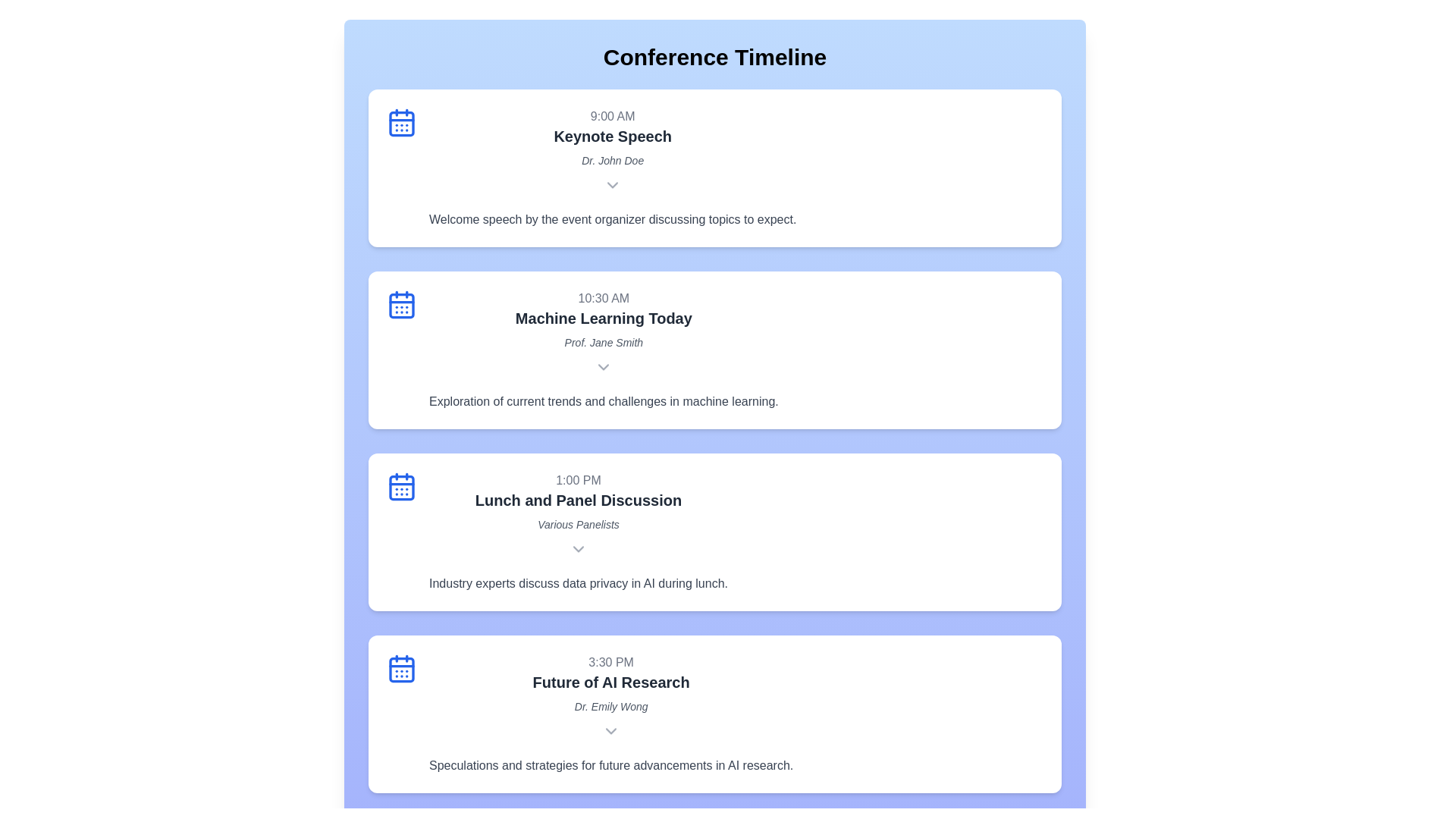 The width and height of the screenshot is (1456, 819). I want to click on the rectangular background shape with rounded corners that is part of the calendar icon located in the top-left corner of the 'Keynote Speech' card in the 'Conference Timeline' interface, so click(401, 122).